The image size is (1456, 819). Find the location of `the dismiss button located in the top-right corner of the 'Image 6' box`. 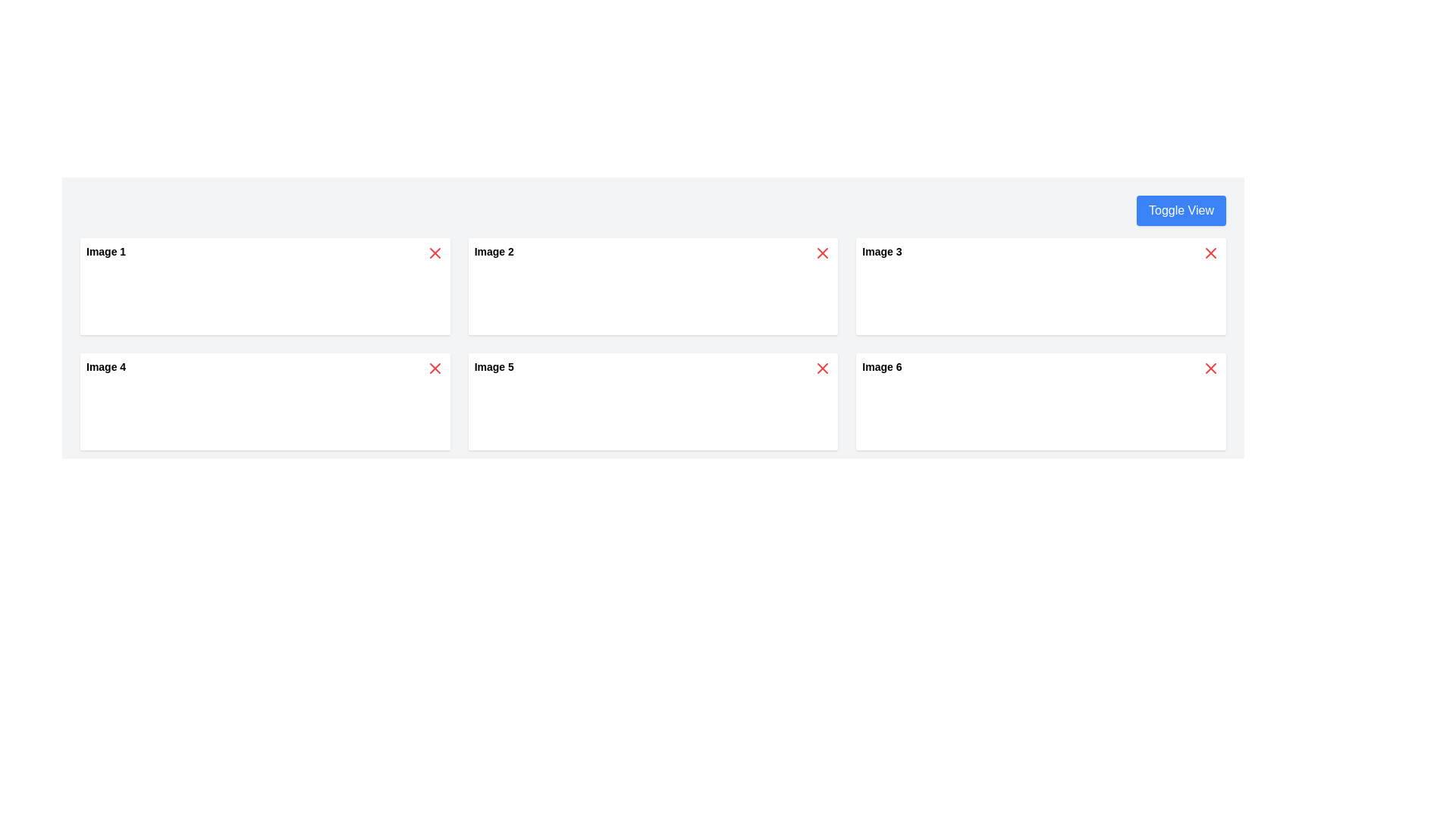

the dismiss button located in the top-right corner of the 'Image 6' box is located at coordinates (1210, 369).